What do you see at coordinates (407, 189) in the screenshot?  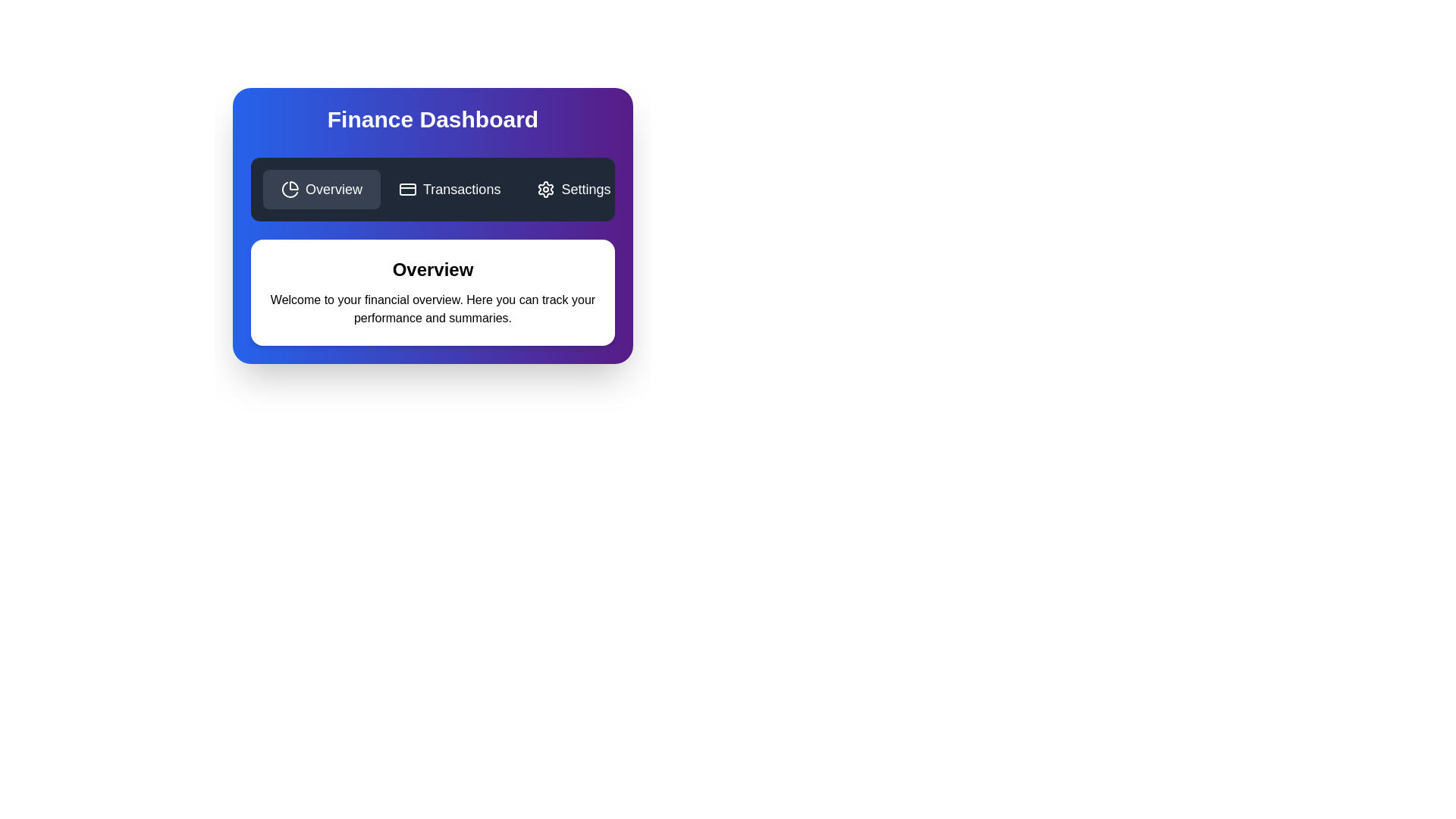 I see `the 'Transactions' button associated with the credit card icon, which is styled in minimalistic line art and positioned next to the 'Transactions' text` at bounding box center [407, 189].